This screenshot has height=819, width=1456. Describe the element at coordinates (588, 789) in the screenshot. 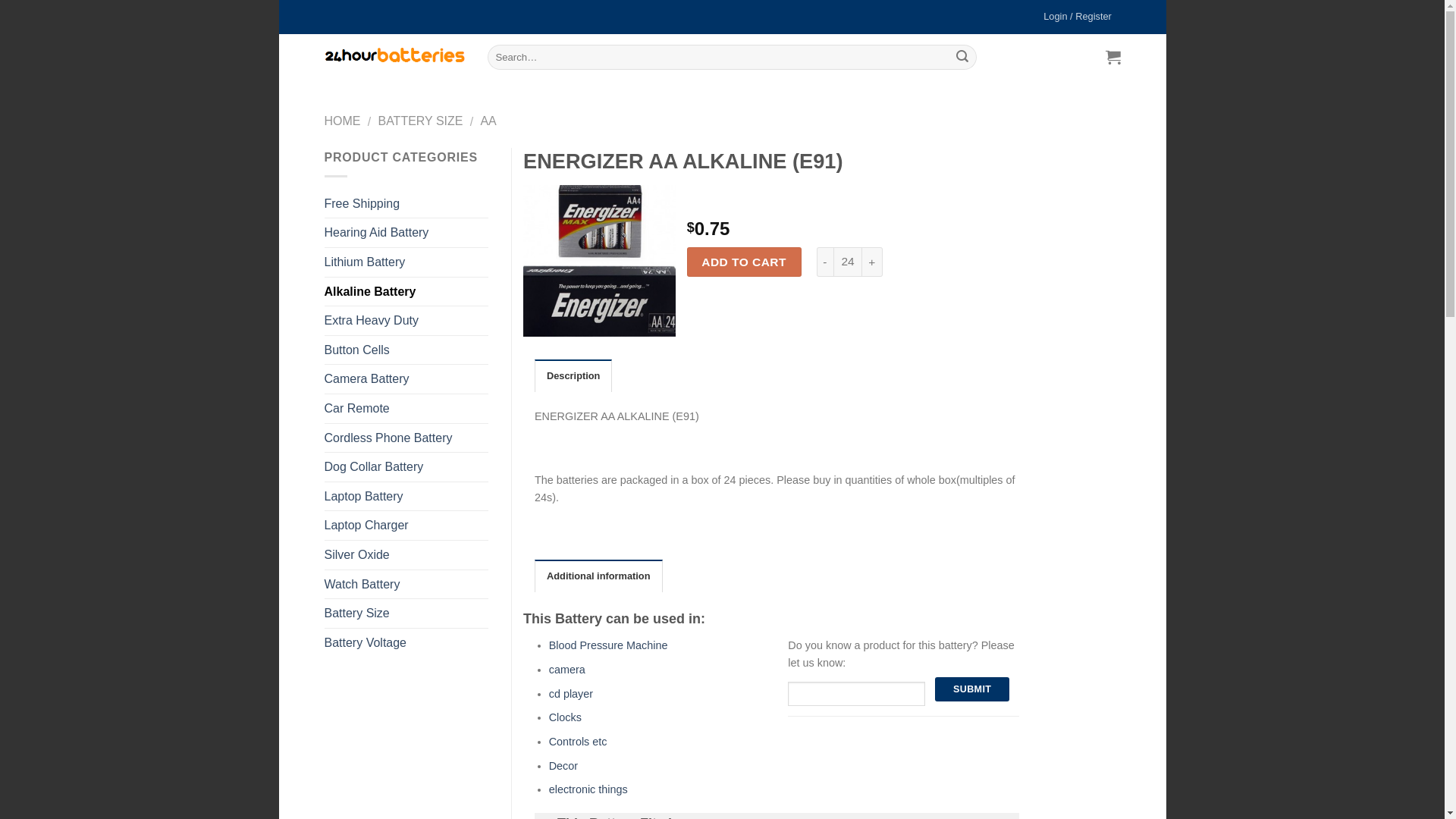

I see `'electronic things'` at that location.